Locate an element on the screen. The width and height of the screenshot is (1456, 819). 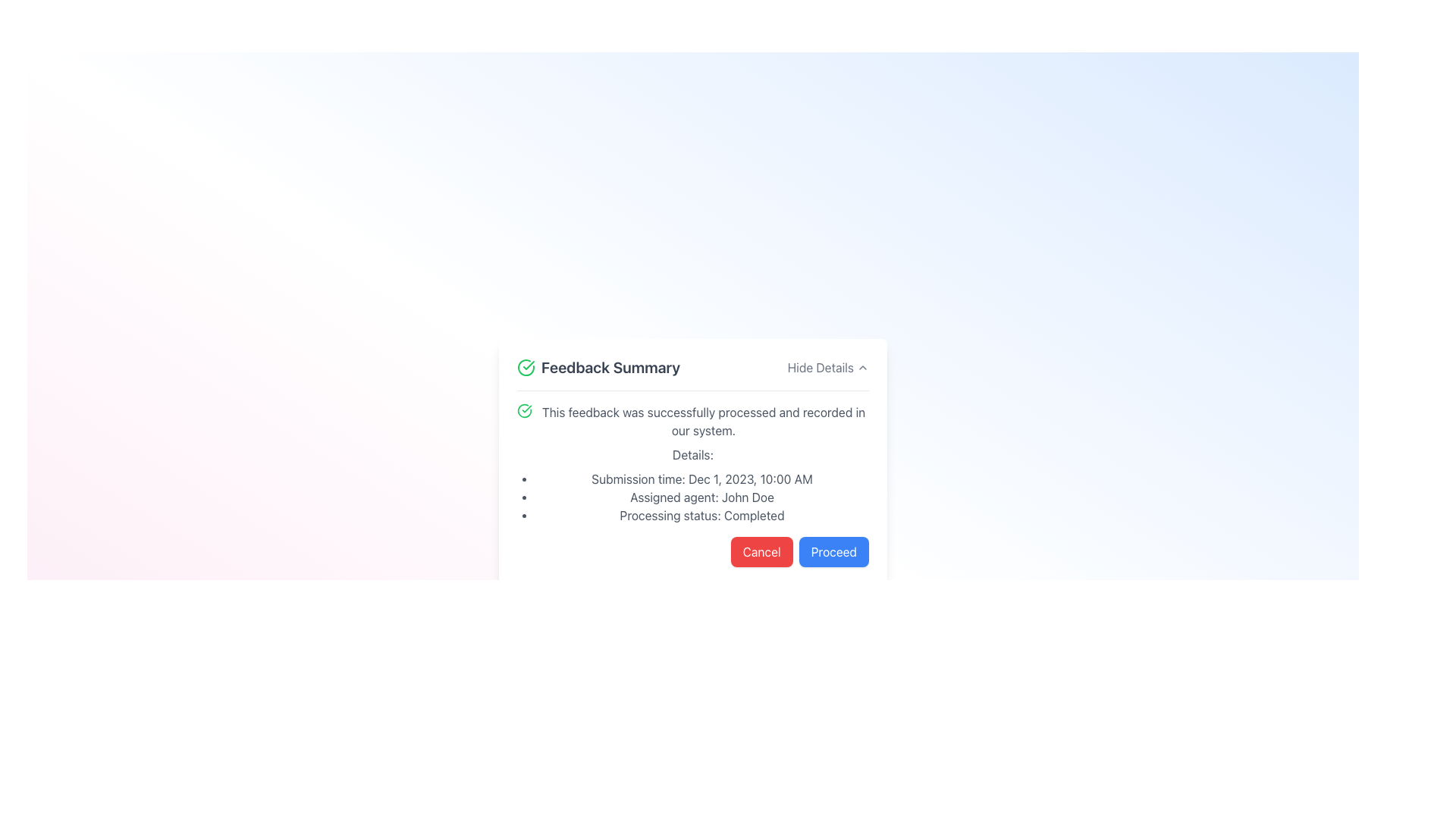
the text label that reads 'Details:' which is styled with a clean, sans-serif font and is located immediately below the feedback processing descriptive text is located at coordinates (692, 453).